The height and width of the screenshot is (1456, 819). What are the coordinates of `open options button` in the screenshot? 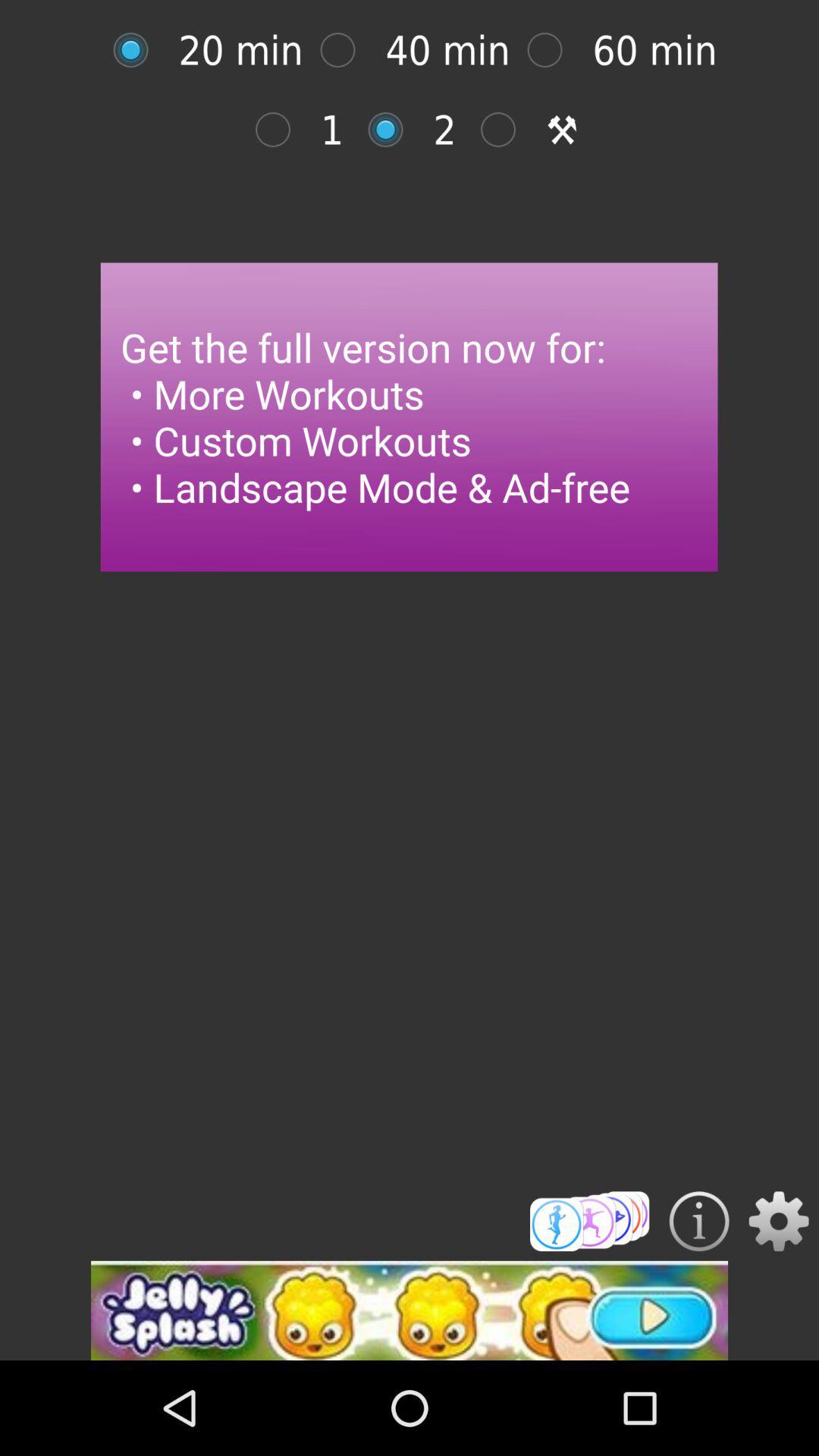 It's located at (779, 1221).